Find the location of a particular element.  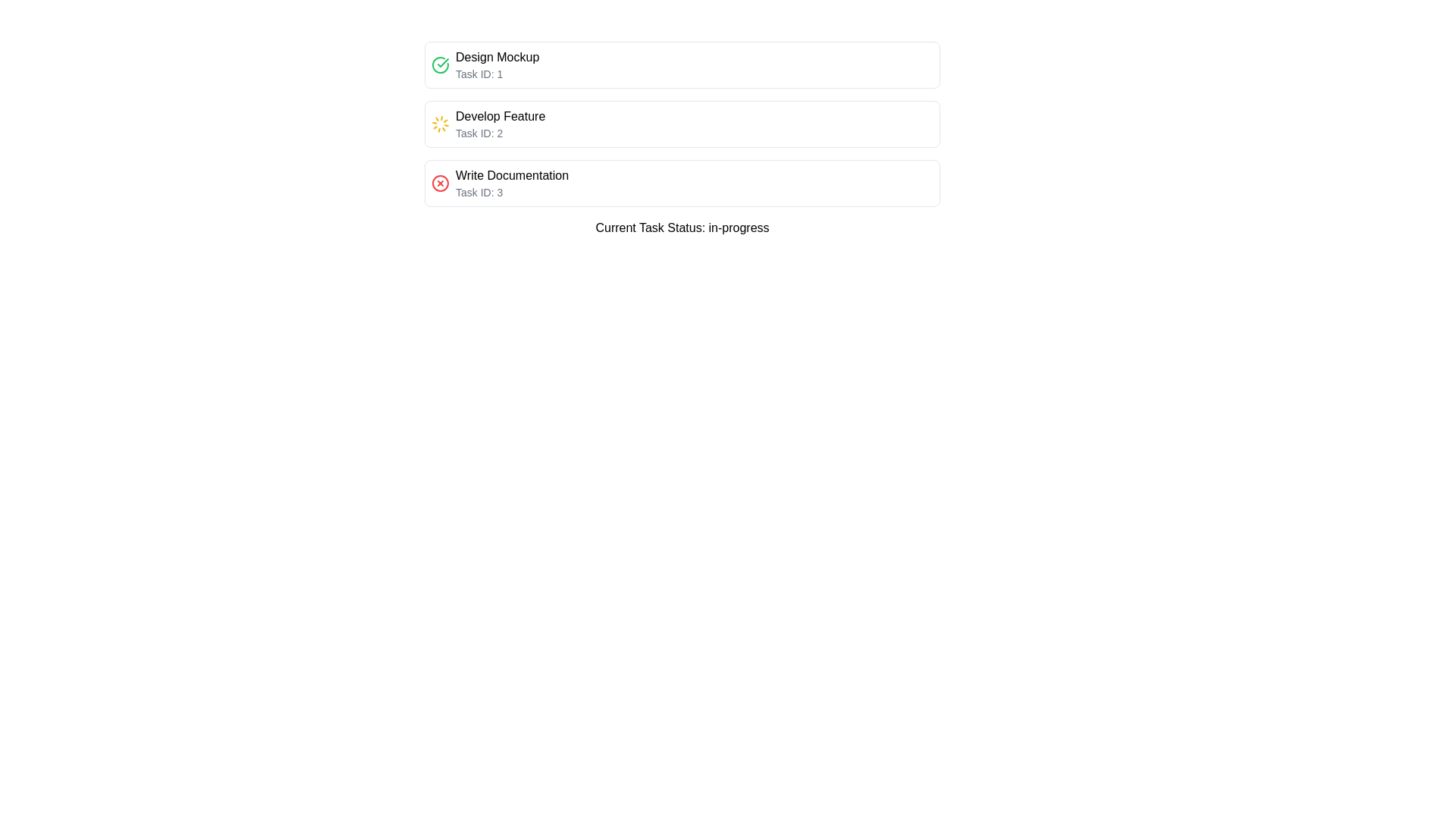

the 'Develop Feature' button is located at coordinates (682, 124).